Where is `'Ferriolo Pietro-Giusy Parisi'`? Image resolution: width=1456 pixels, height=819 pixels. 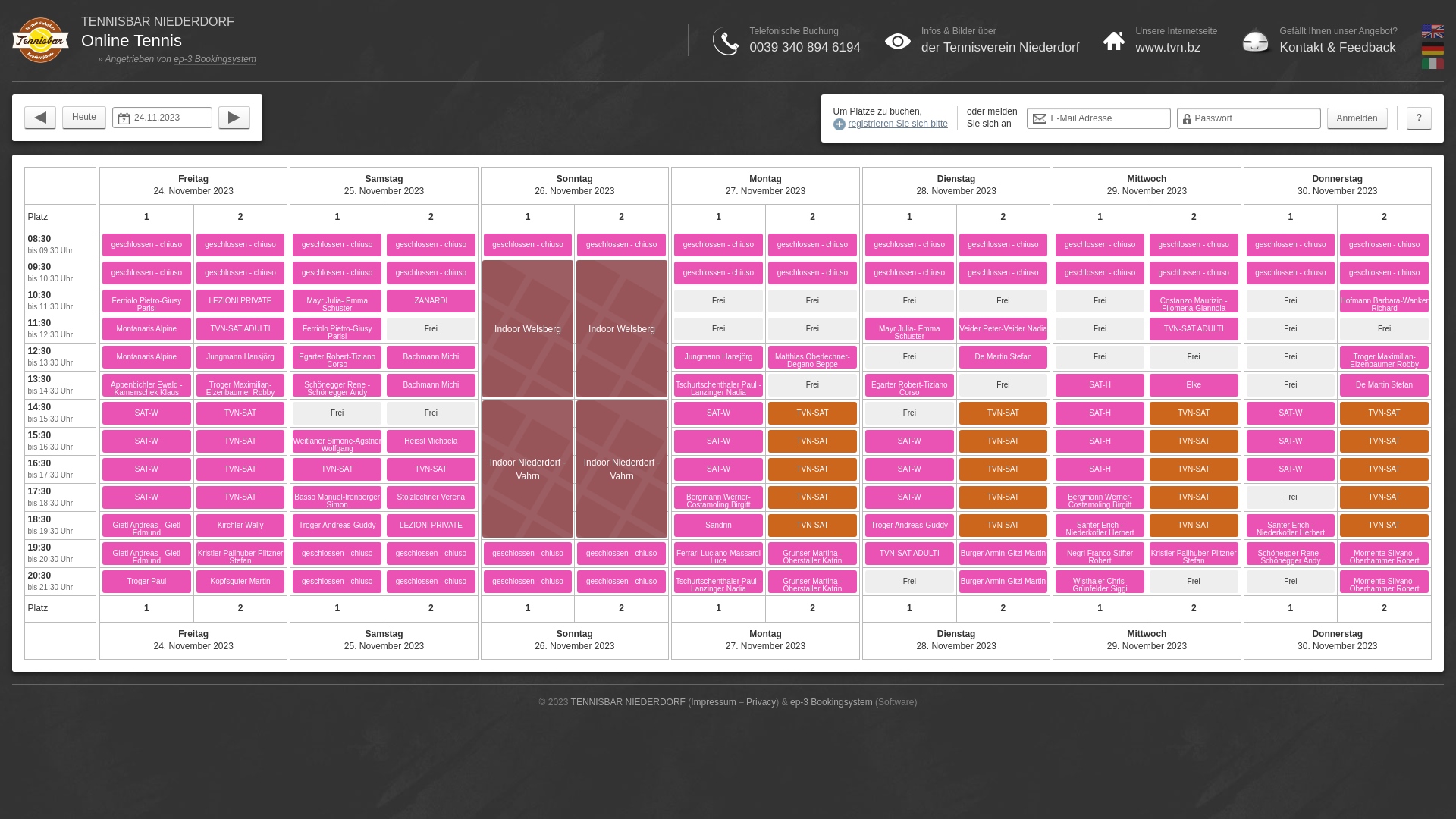 'Ferriolo Pietro-Giusy Parisi' is located at coordinates (336, 328).